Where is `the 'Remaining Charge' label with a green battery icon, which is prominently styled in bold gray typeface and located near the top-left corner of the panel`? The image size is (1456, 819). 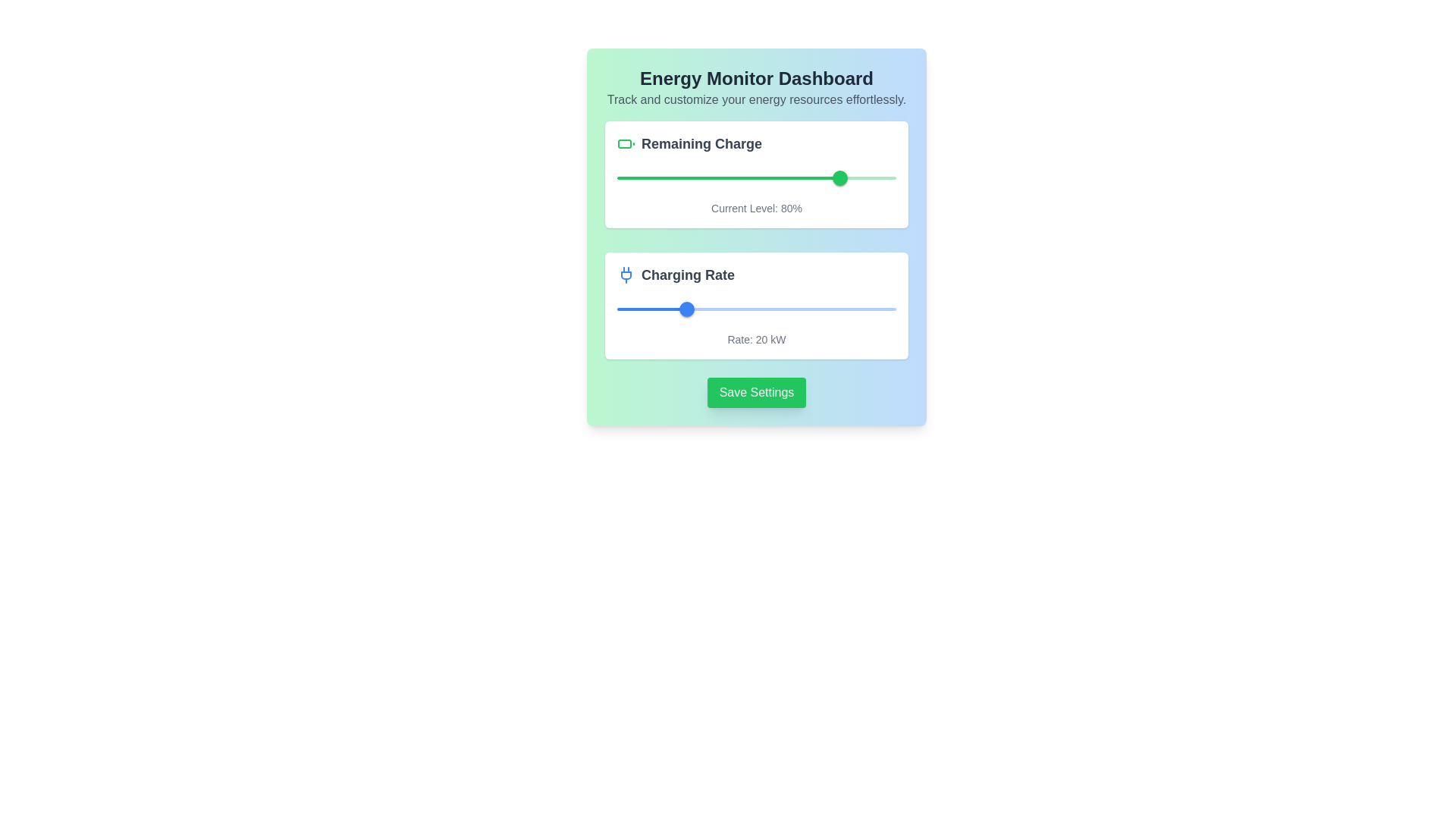
the 'Remaining Charge' label with a green battery icon, which is prominently styled in bold gray typeface and located near the top-left corner of the panel is located at coordinates (757, 143).